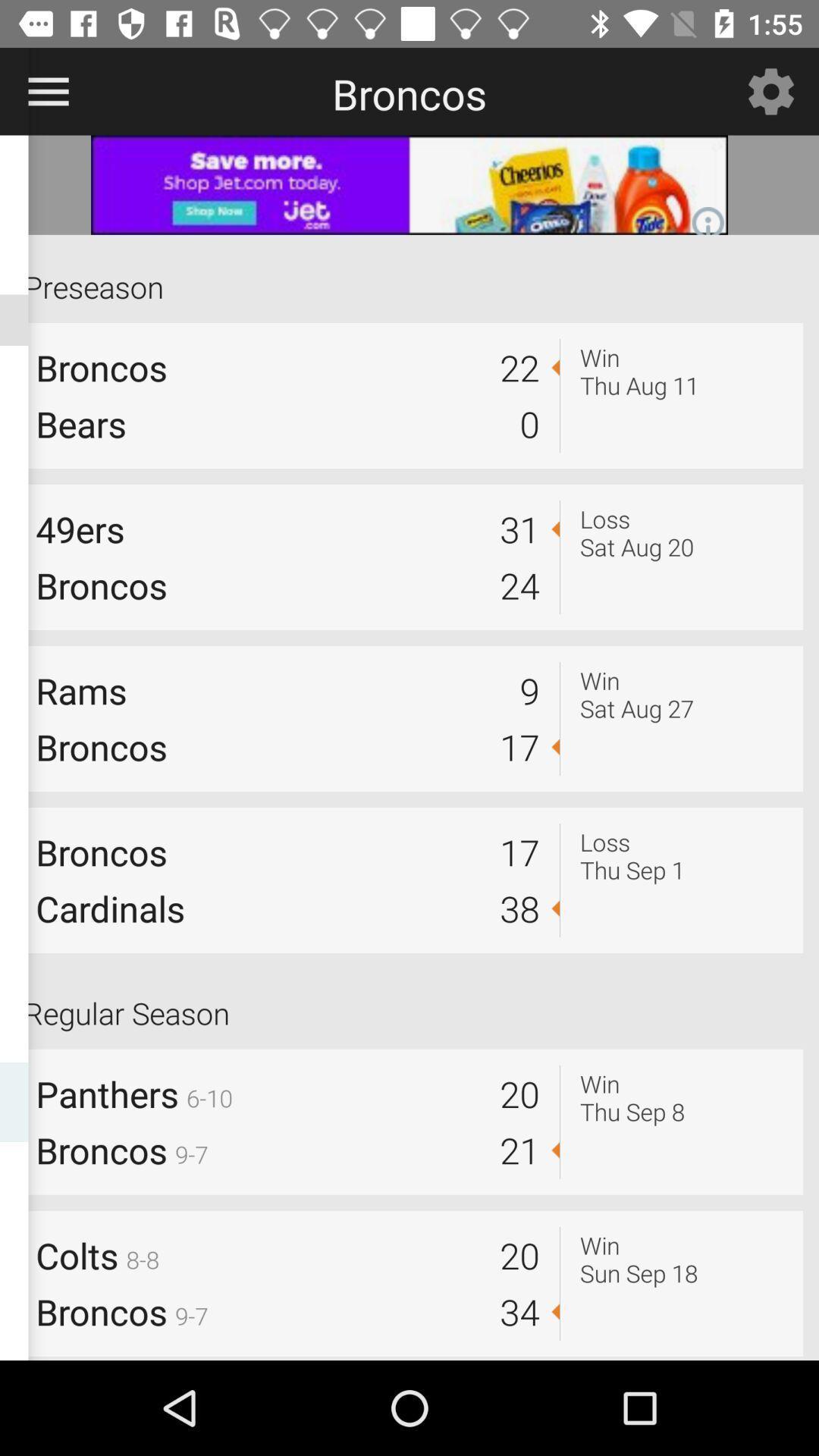  Describe the element at coordinates (409, 184) in the screenshot. I see `advertisement banner` at that location.